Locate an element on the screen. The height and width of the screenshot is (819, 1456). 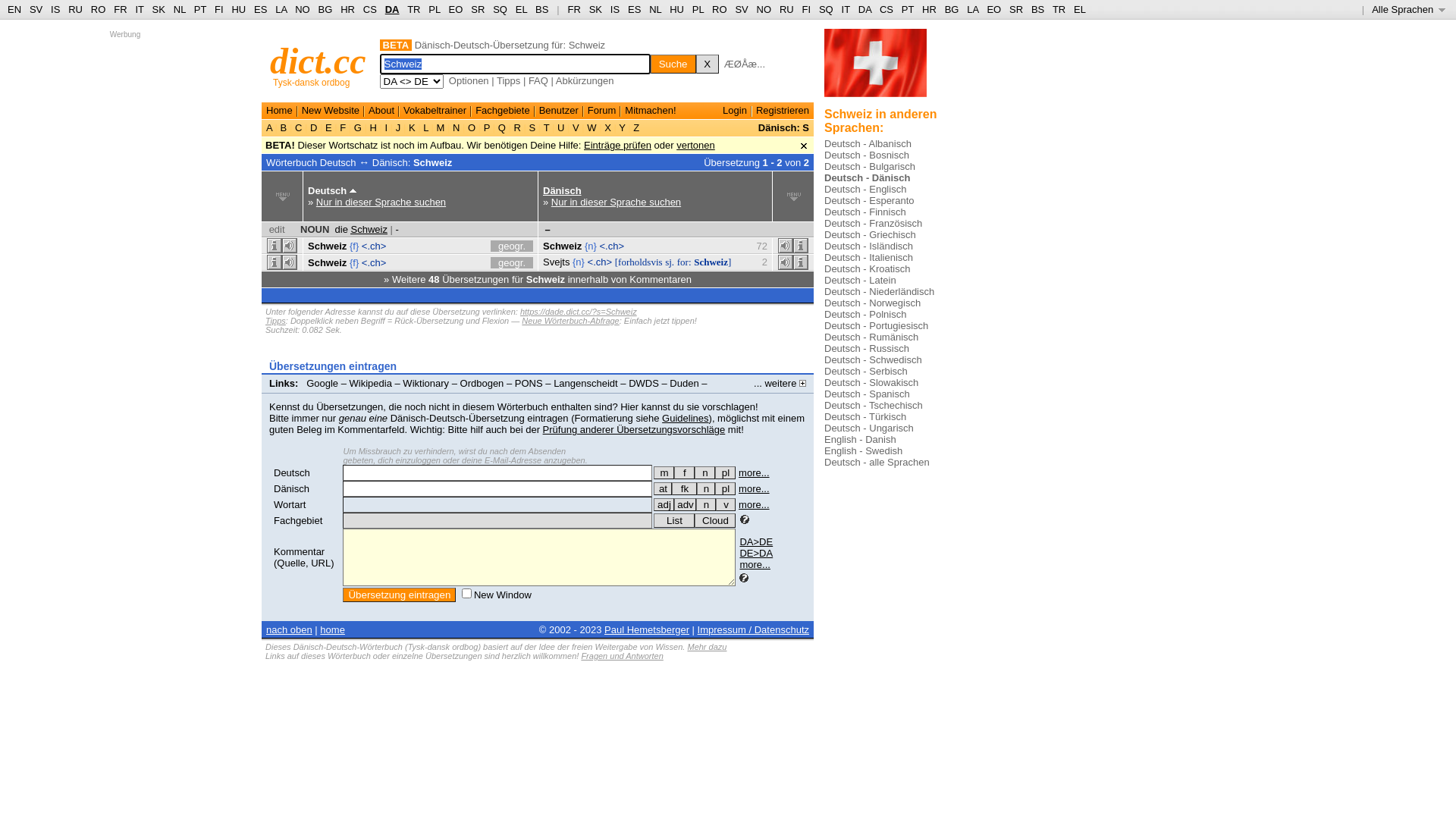
'English - Swedish' is located at coordinates (863, 450).